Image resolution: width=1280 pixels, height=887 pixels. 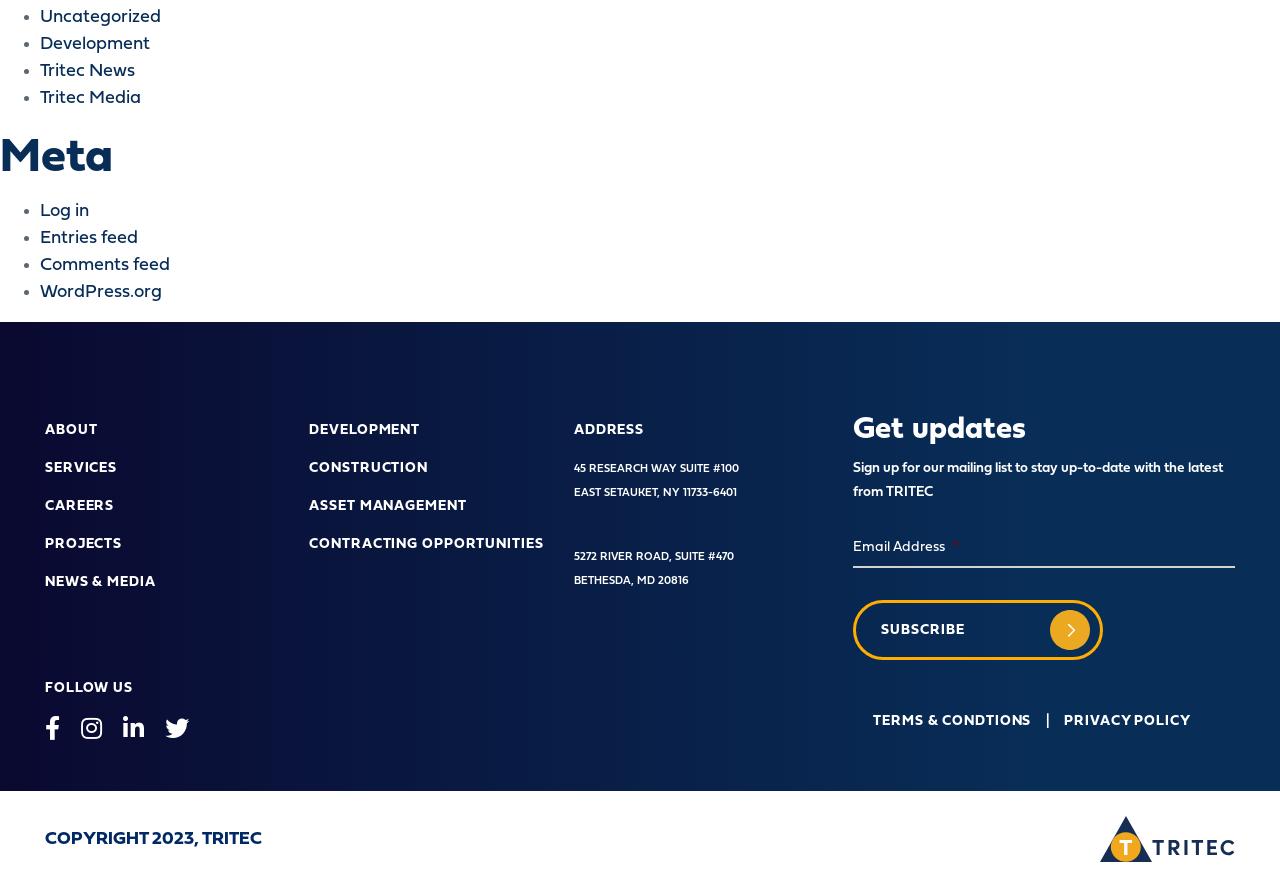 What do you see at coordinates (64, 210) in the screenshot?
I see `'Log in'` at bounding box center [64, 210].